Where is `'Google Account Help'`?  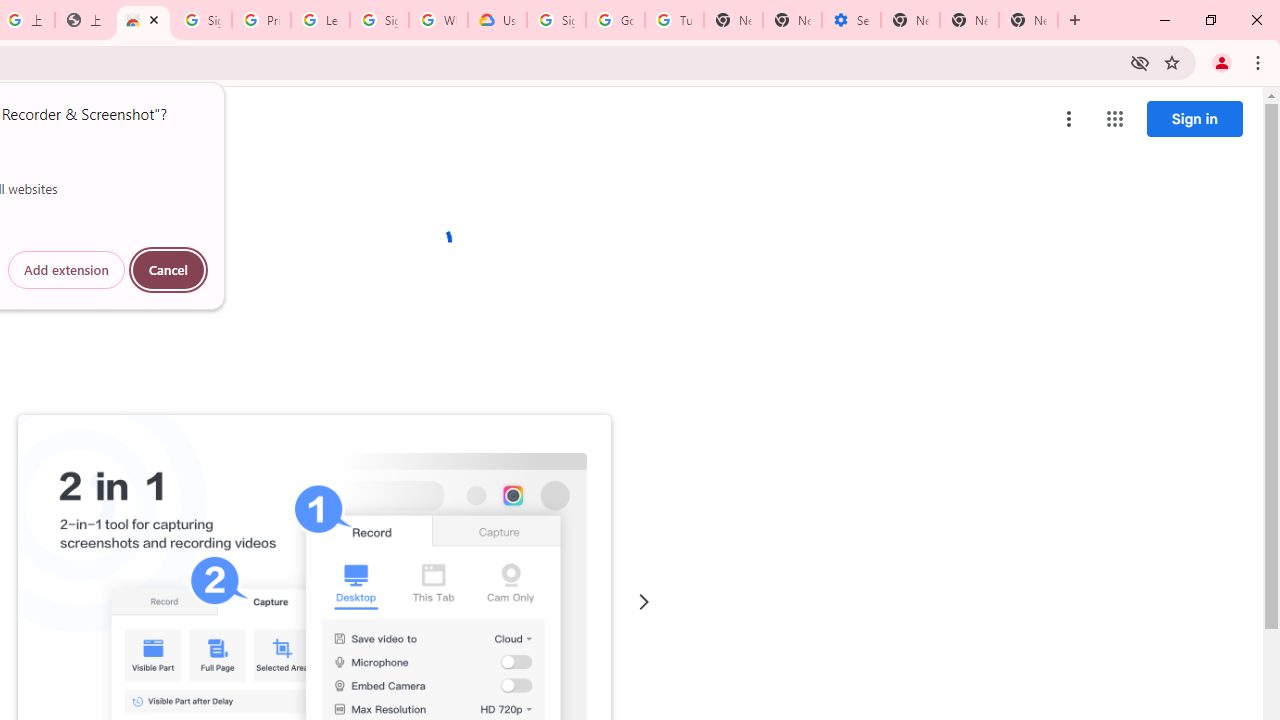
'Google Account Help' is located at coordinates (614, 20).